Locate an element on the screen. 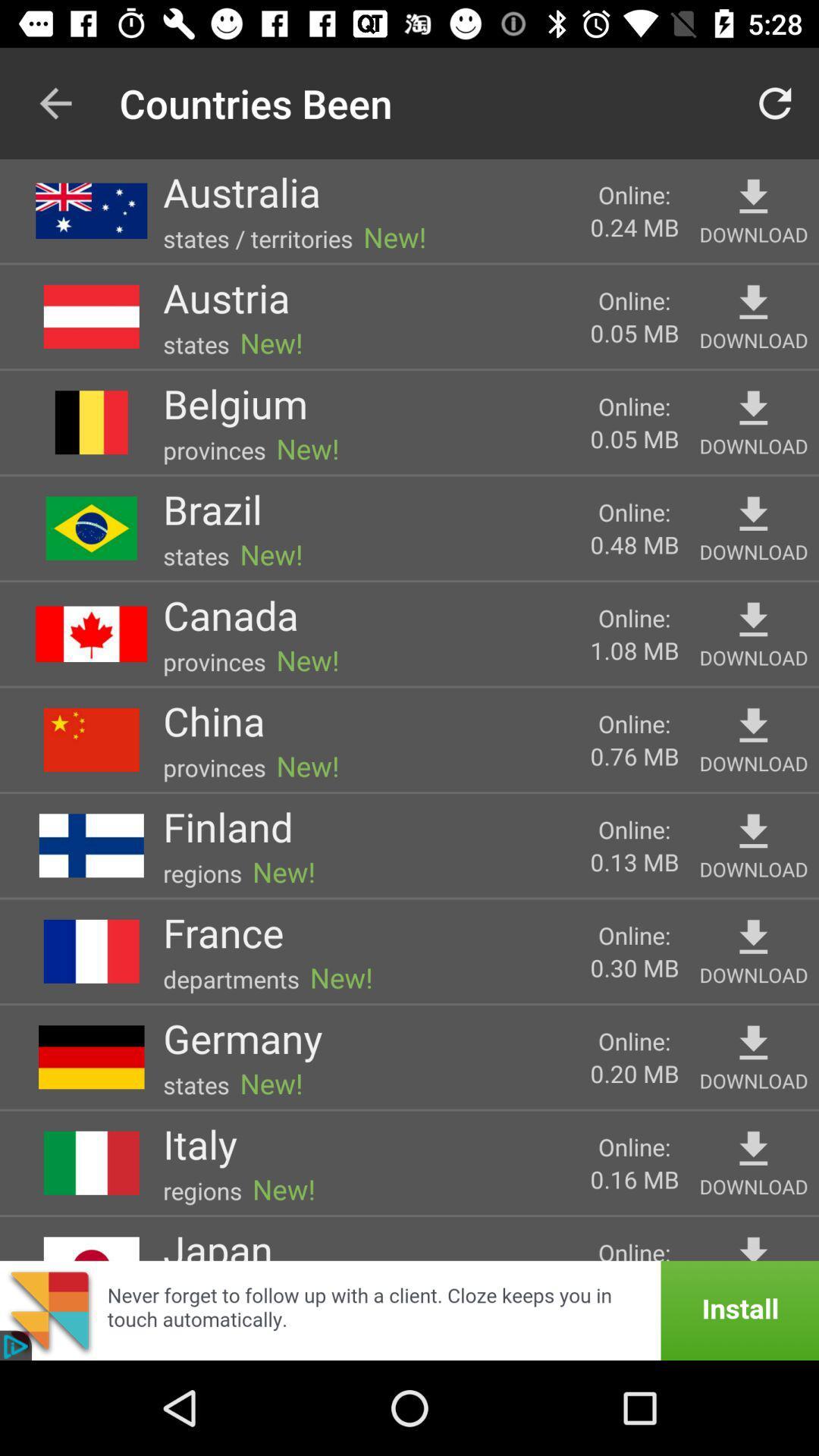  directions is located at coordinates (753, 196).